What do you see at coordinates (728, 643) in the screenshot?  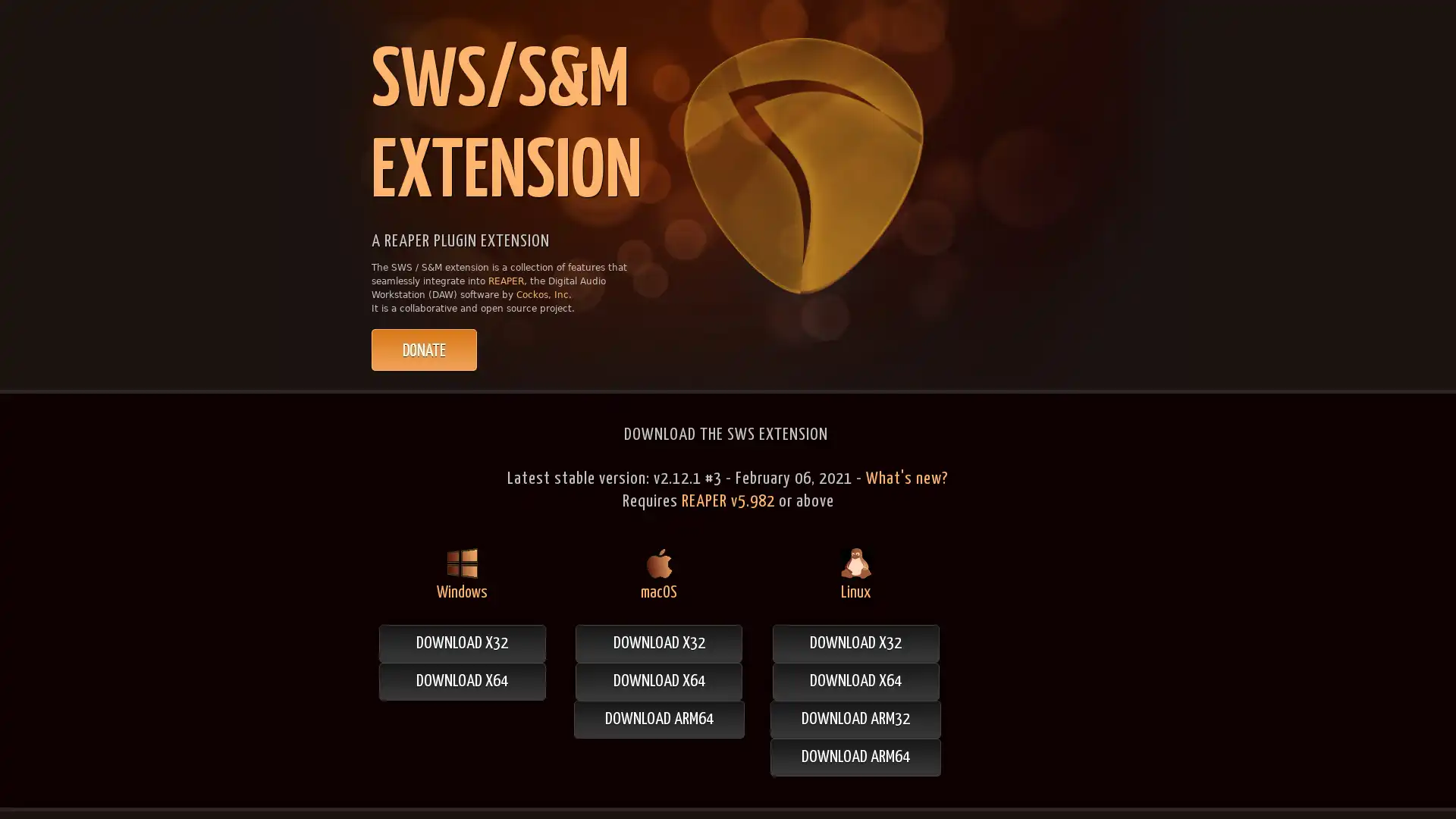 I see `DOWNLOAD X32` at bounding box center [728, 643].